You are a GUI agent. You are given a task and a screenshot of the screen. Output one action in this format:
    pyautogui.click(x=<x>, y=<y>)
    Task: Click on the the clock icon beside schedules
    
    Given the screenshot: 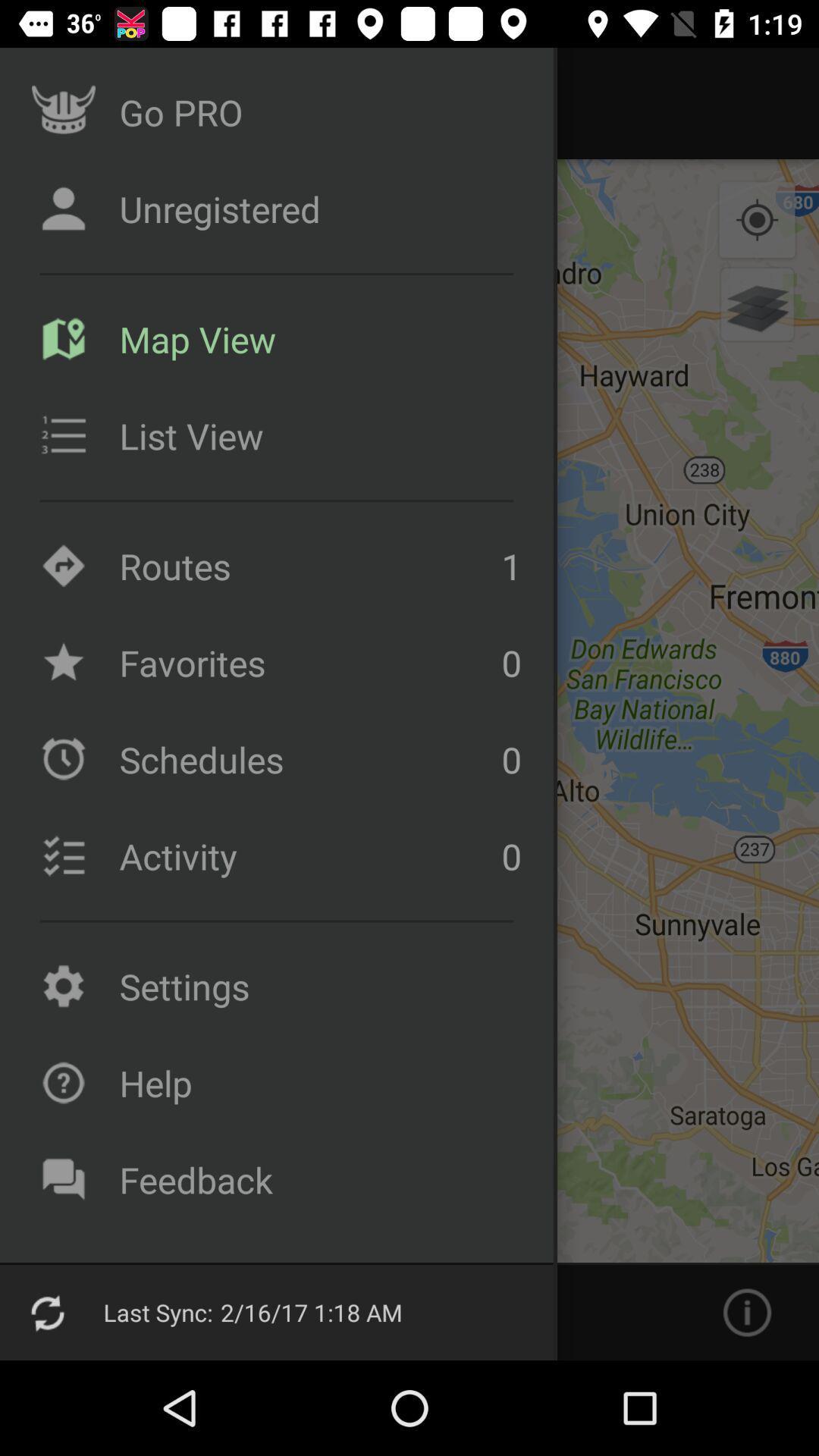 What is the action you would take?
    pyautogui.click(x=63, y=759)
    